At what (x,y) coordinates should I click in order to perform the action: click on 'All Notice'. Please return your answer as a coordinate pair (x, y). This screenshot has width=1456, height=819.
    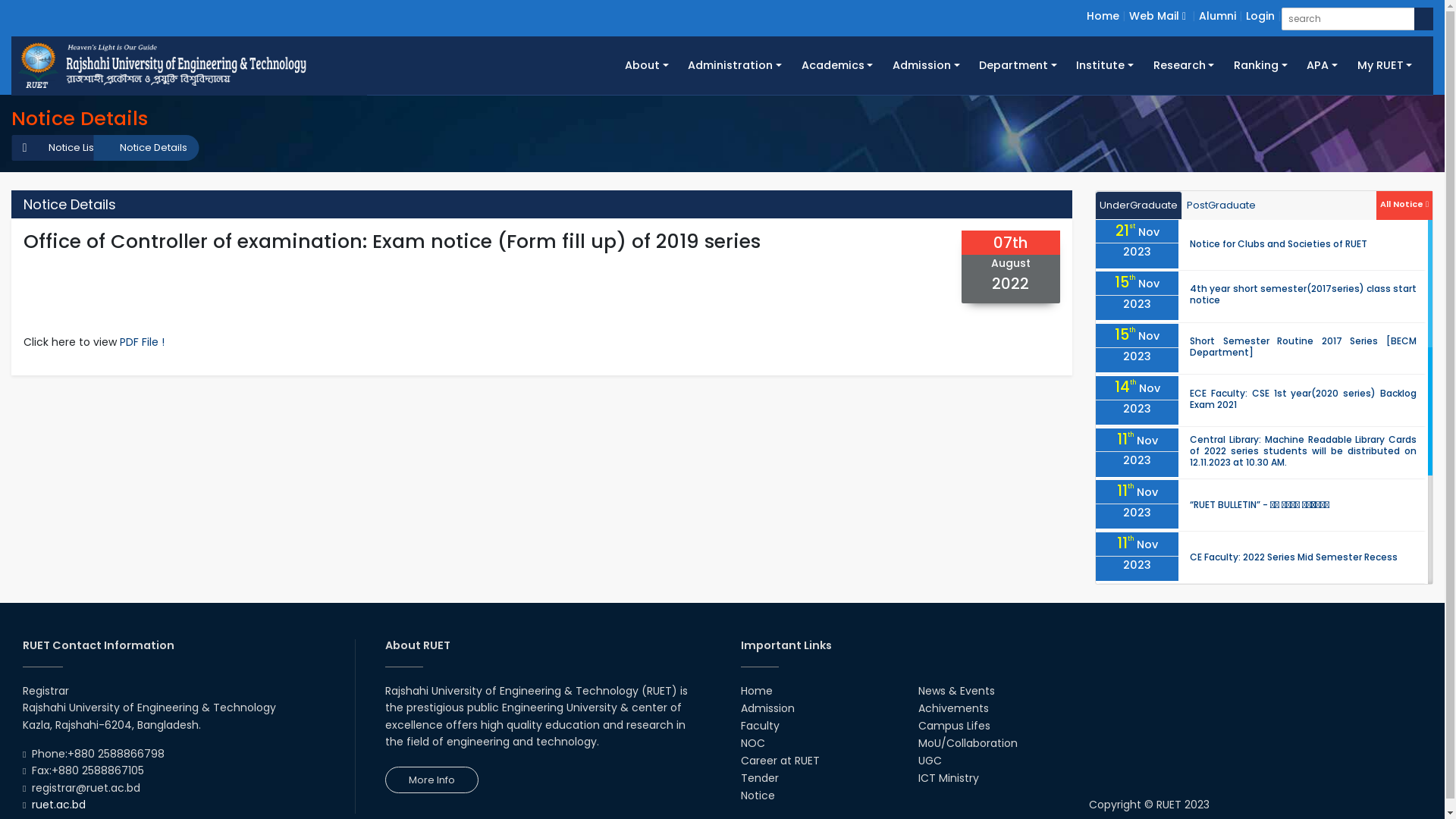
    Looking at the image, I should click on (1404, 202).